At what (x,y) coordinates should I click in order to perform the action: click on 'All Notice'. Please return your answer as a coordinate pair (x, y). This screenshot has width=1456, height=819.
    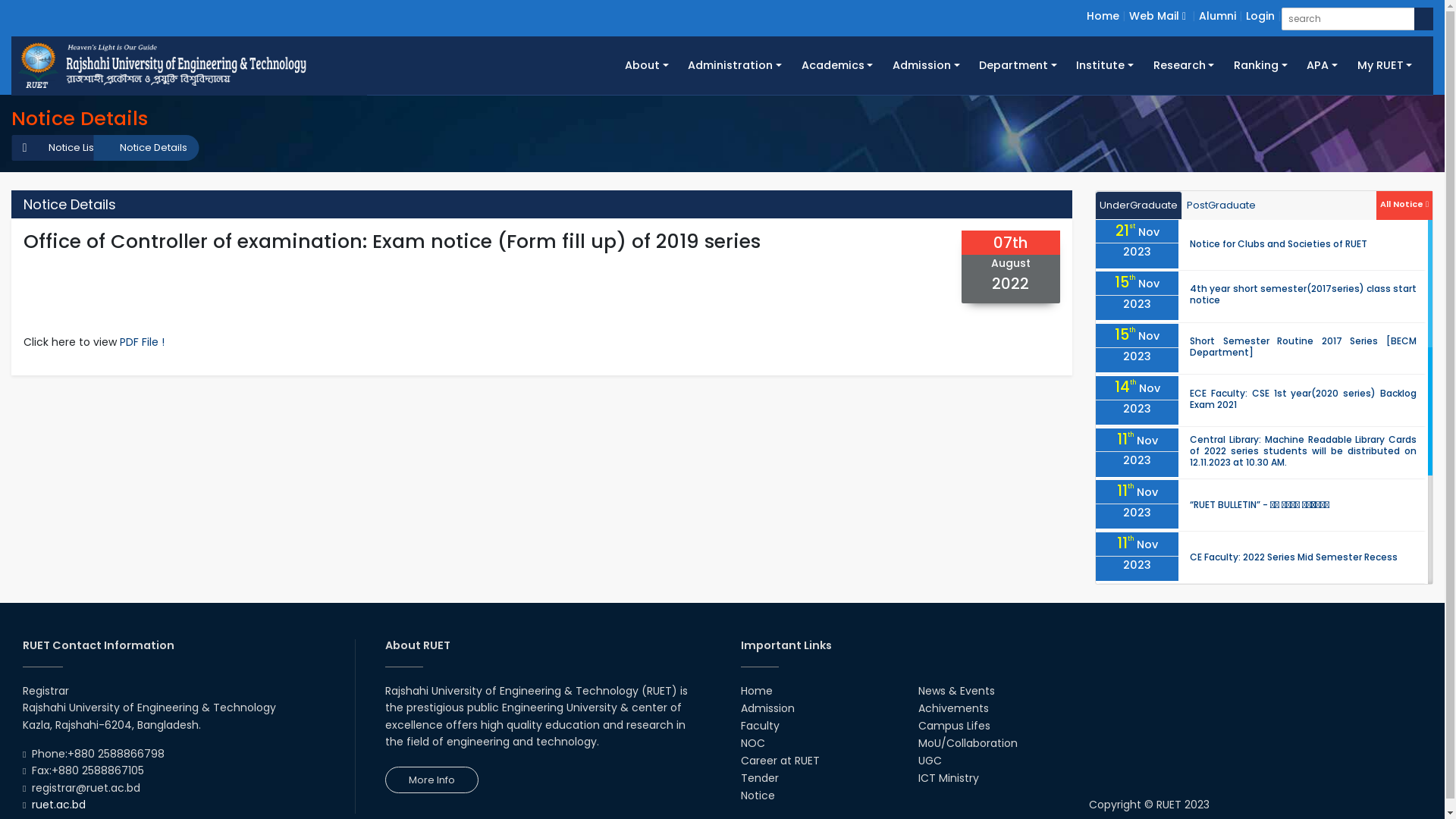
    Looking at the image, I should click on (1404, 202).